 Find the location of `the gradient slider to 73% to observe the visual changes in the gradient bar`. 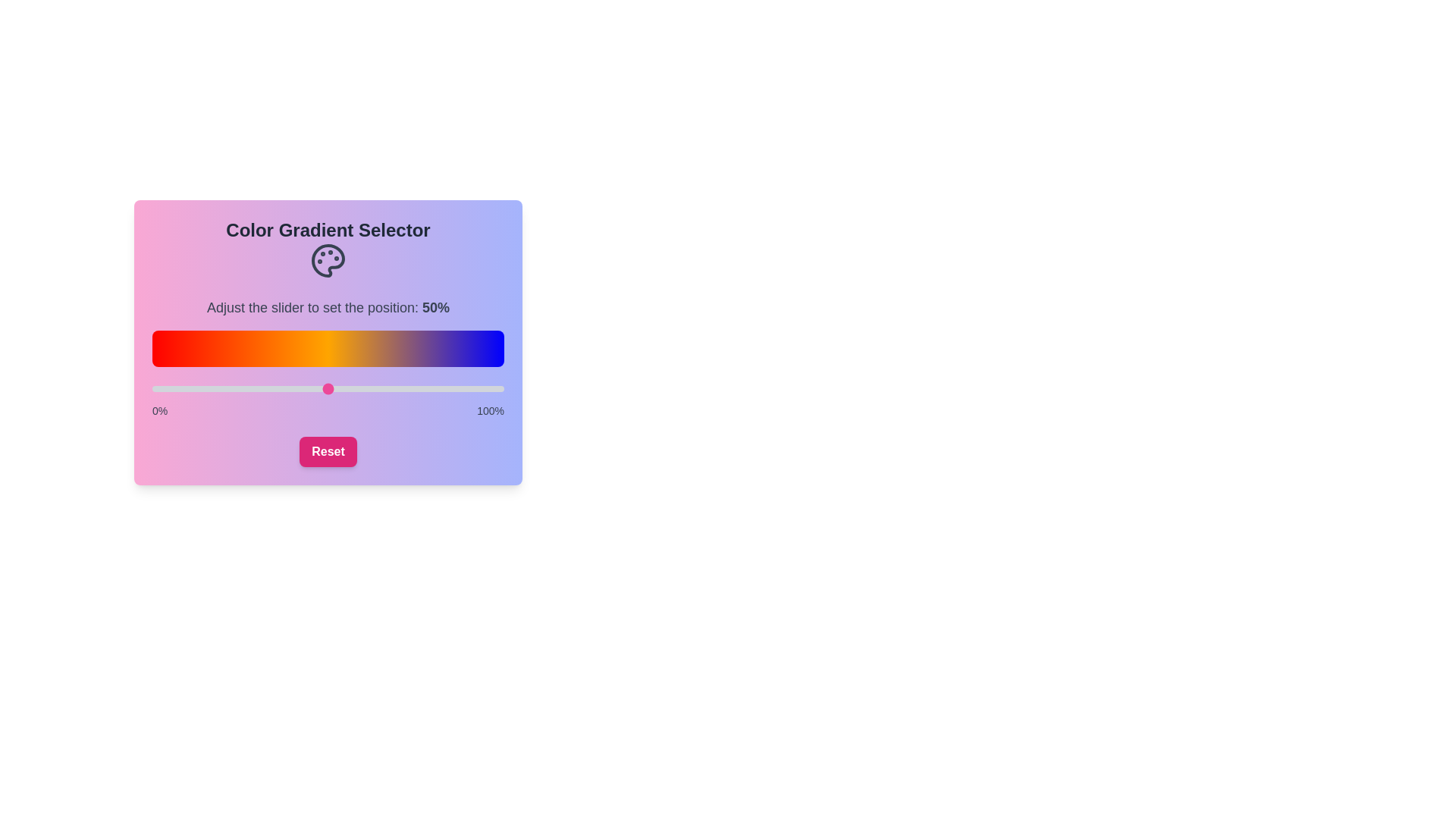

the gradient slider to 73% to observe the visual changes in the gradient bar is located at coordinates (409, 388).